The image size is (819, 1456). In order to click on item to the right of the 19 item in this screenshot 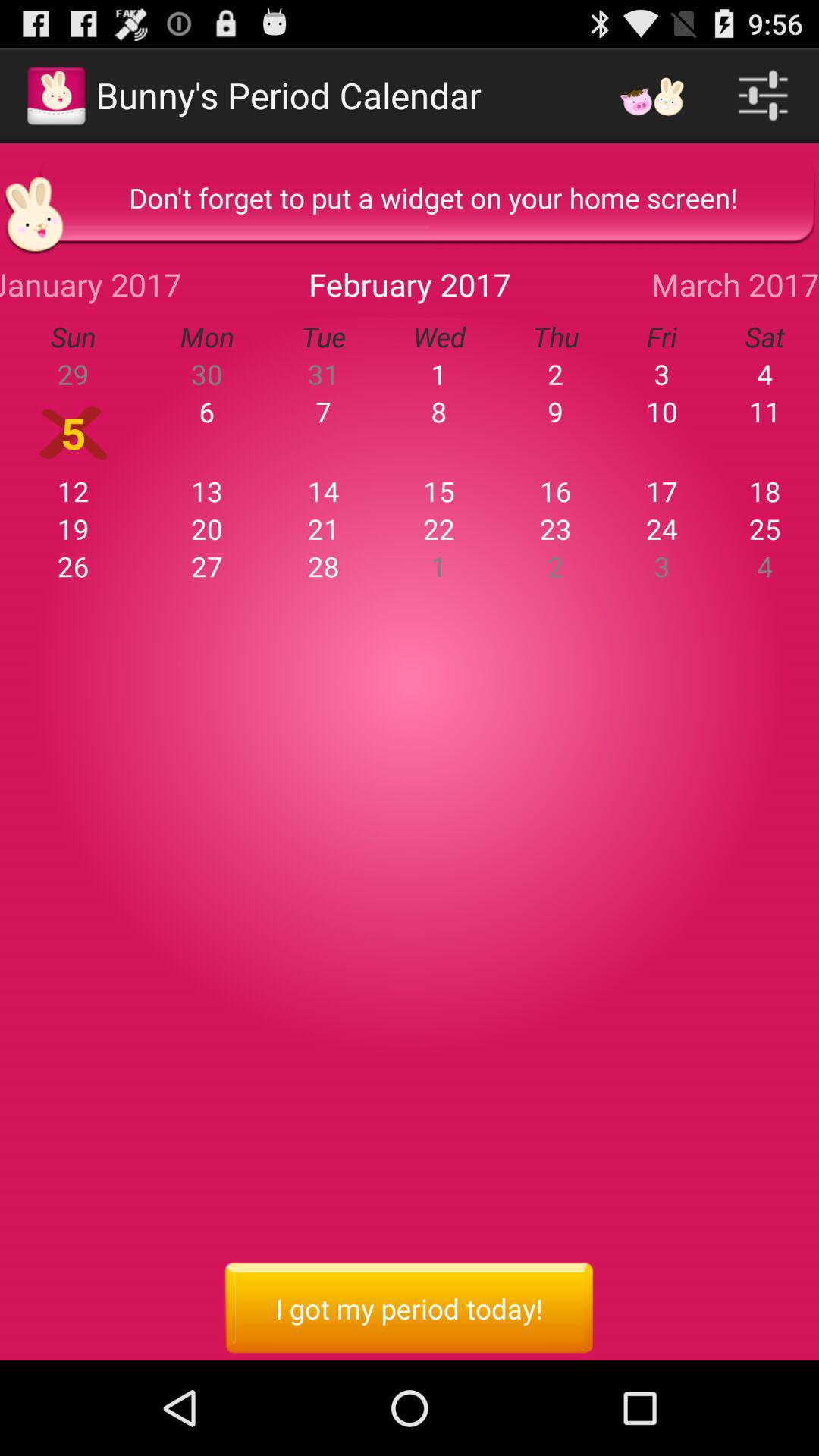, I will do `click(207, 566)`.